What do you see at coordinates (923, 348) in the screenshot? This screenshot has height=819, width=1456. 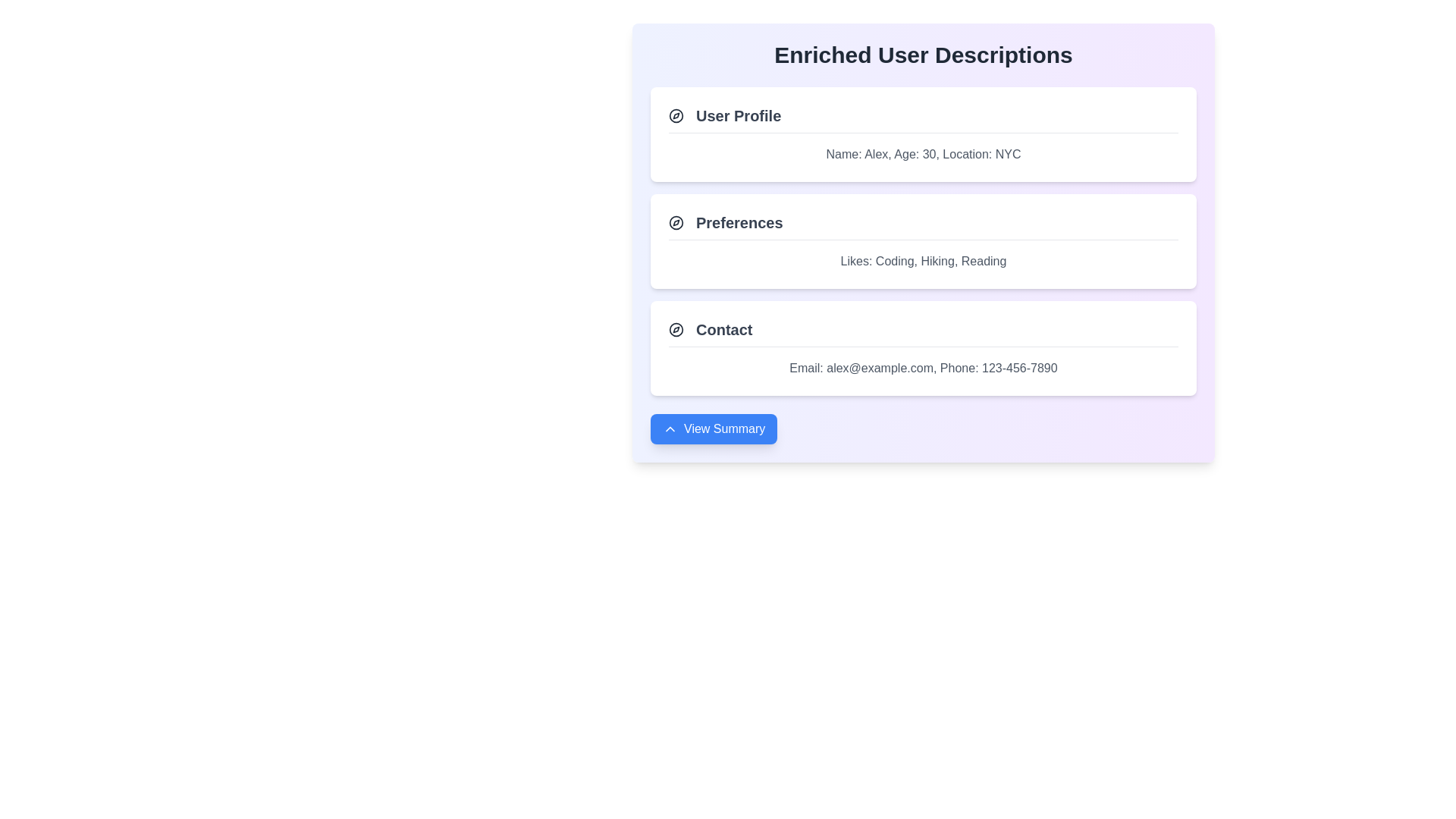 I see `compass icon contained within the 'Contact' card, which is the third card in a vertical arrangement displaying user information` at bounding box center [923, 348].